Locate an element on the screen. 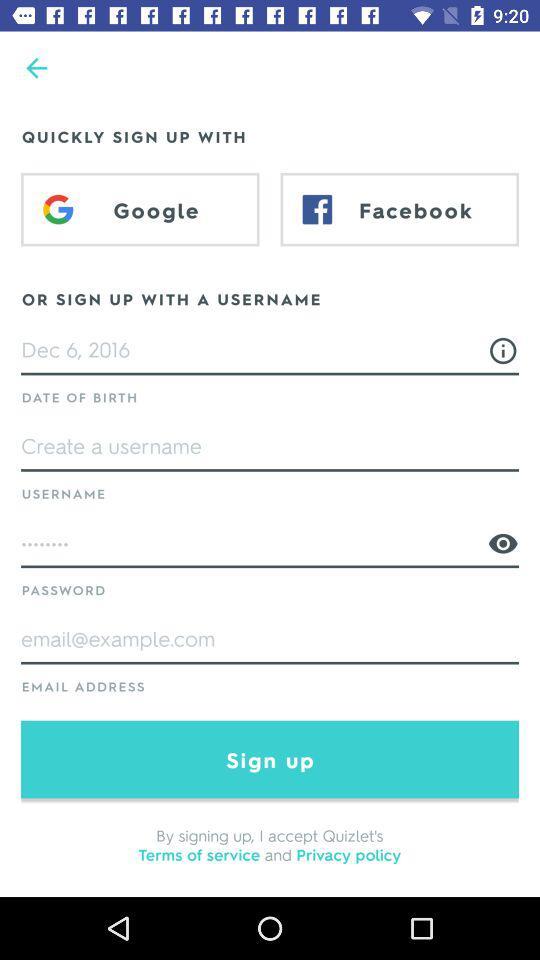  icon to the right of google icon is located at coordinates (399, 209).